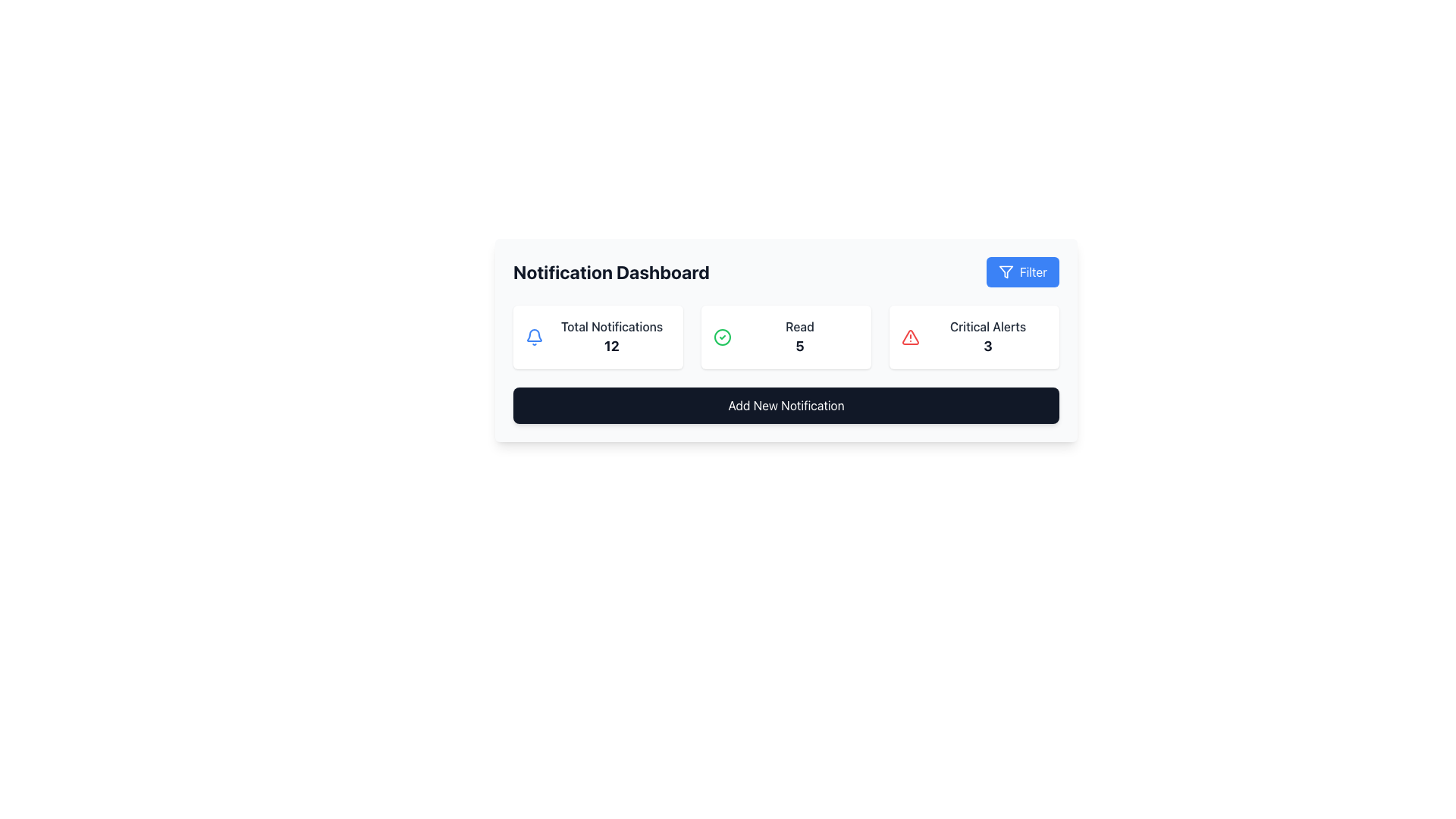 The height and width of the screenshot is (819, 1456). Describe the element at coordinates (786, 336) in the screenshot. I see `the Information Card displaying the count of read notifications in the dashboard, which is the second card in a row of three cards` at that location.